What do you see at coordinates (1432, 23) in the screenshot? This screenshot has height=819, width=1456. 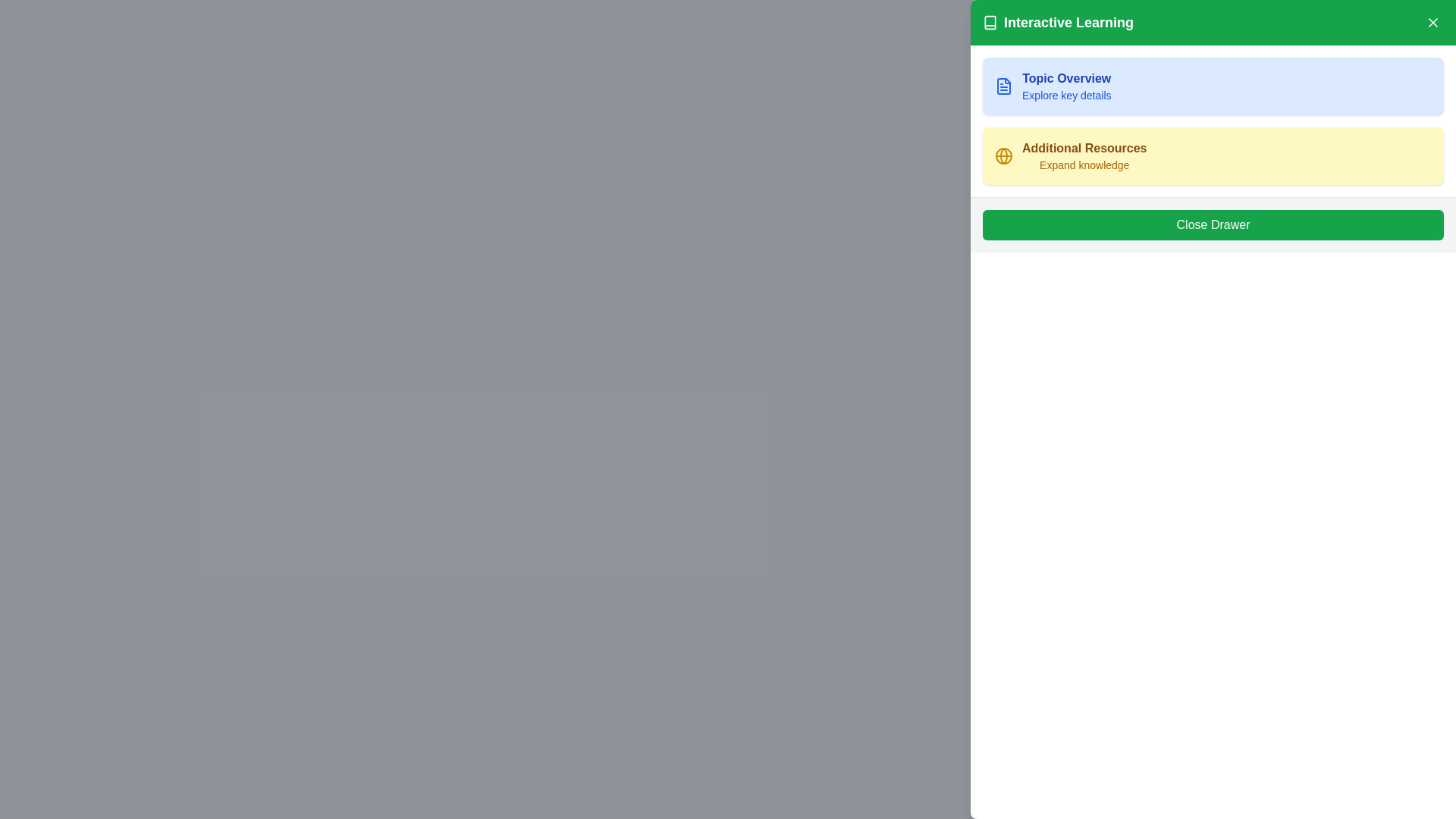 I see `the close button located in the top-right corner of the green header bar labeled 'Interactive Learning'` at bounding box center [1432, 23].